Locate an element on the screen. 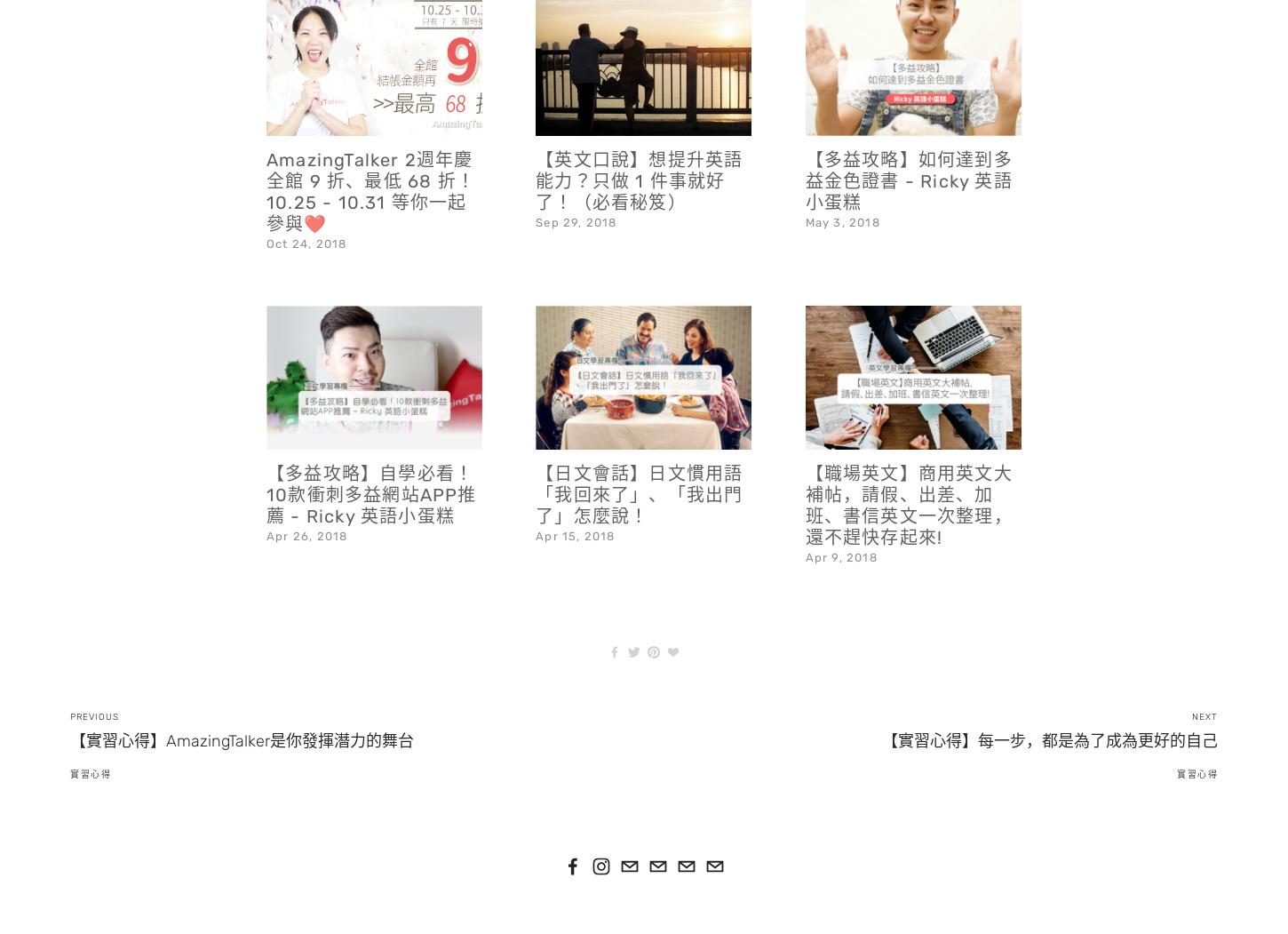 Image resolution: width=1288 pixels, height=934 pixels. '【實習心得】AmazingTalker是你發揮潛力的舞台' is located at coordinates (70, 692).